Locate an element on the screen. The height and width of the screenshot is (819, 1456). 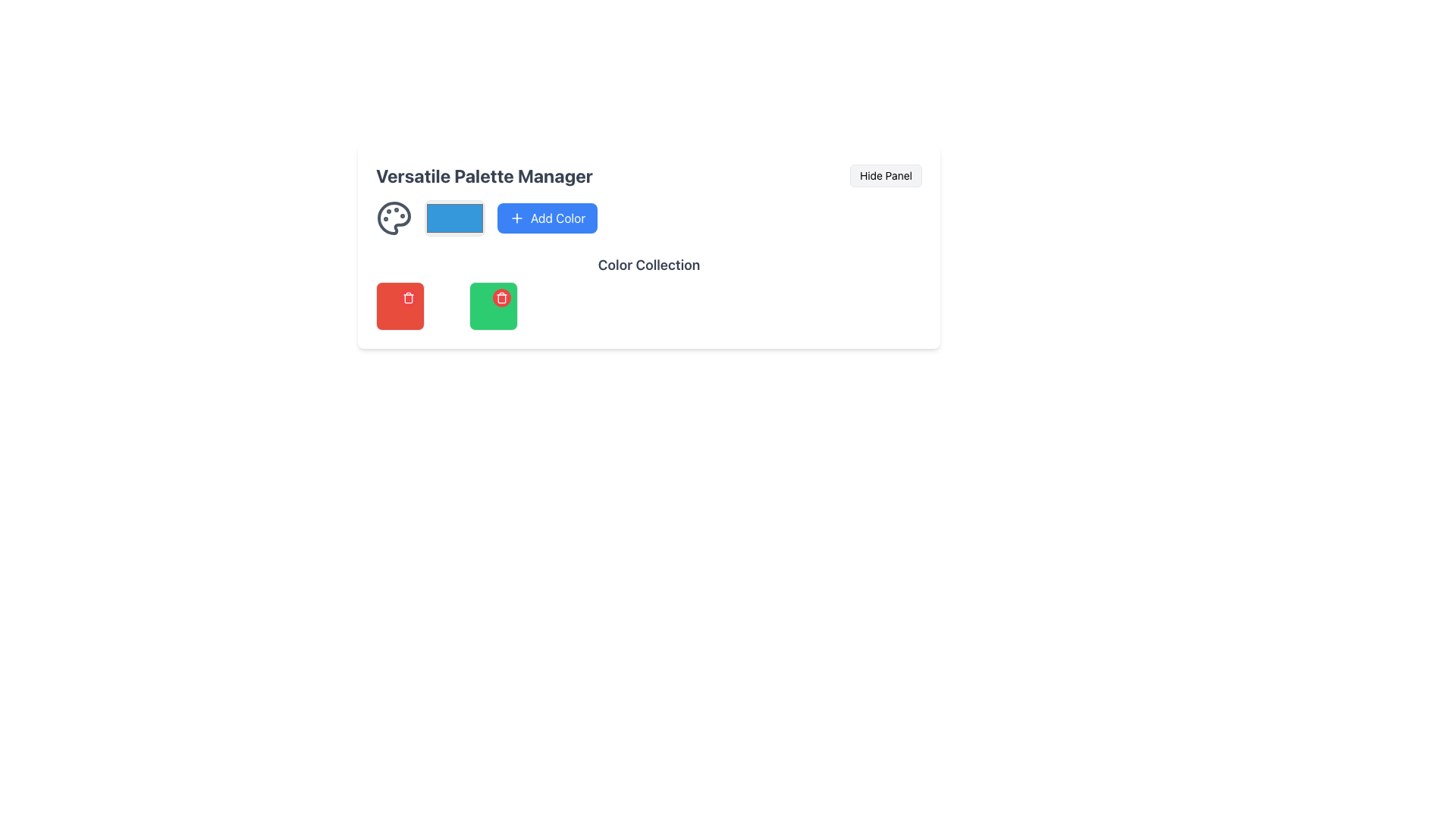
the green button containing the trash bin icon, which is located in the second column of the grid under 'Color Collection' is located at coordinates (408, 298).